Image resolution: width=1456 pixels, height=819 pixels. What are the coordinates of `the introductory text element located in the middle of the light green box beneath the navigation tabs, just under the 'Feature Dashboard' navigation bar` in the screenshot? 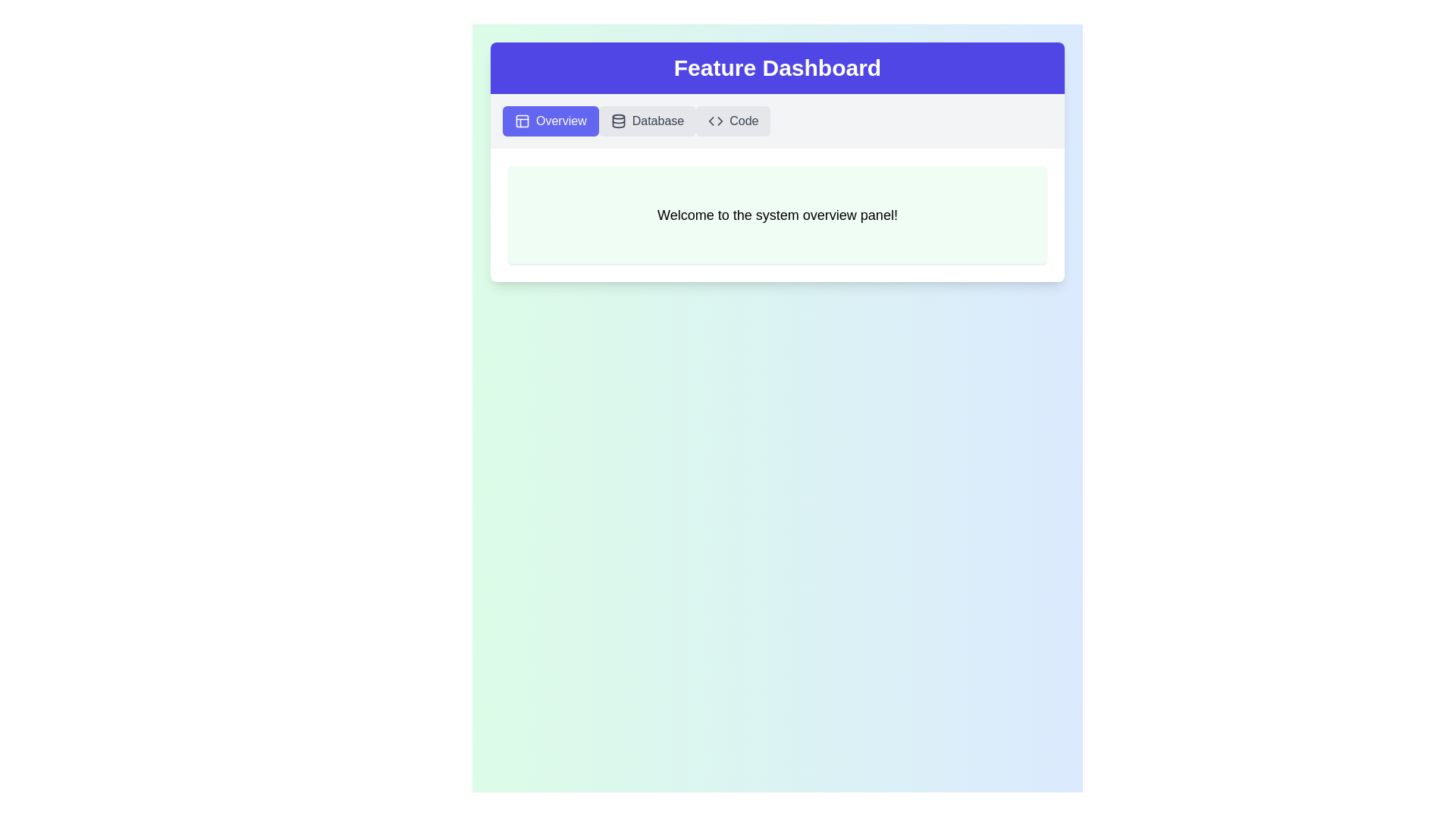 It's located at (777, 215).